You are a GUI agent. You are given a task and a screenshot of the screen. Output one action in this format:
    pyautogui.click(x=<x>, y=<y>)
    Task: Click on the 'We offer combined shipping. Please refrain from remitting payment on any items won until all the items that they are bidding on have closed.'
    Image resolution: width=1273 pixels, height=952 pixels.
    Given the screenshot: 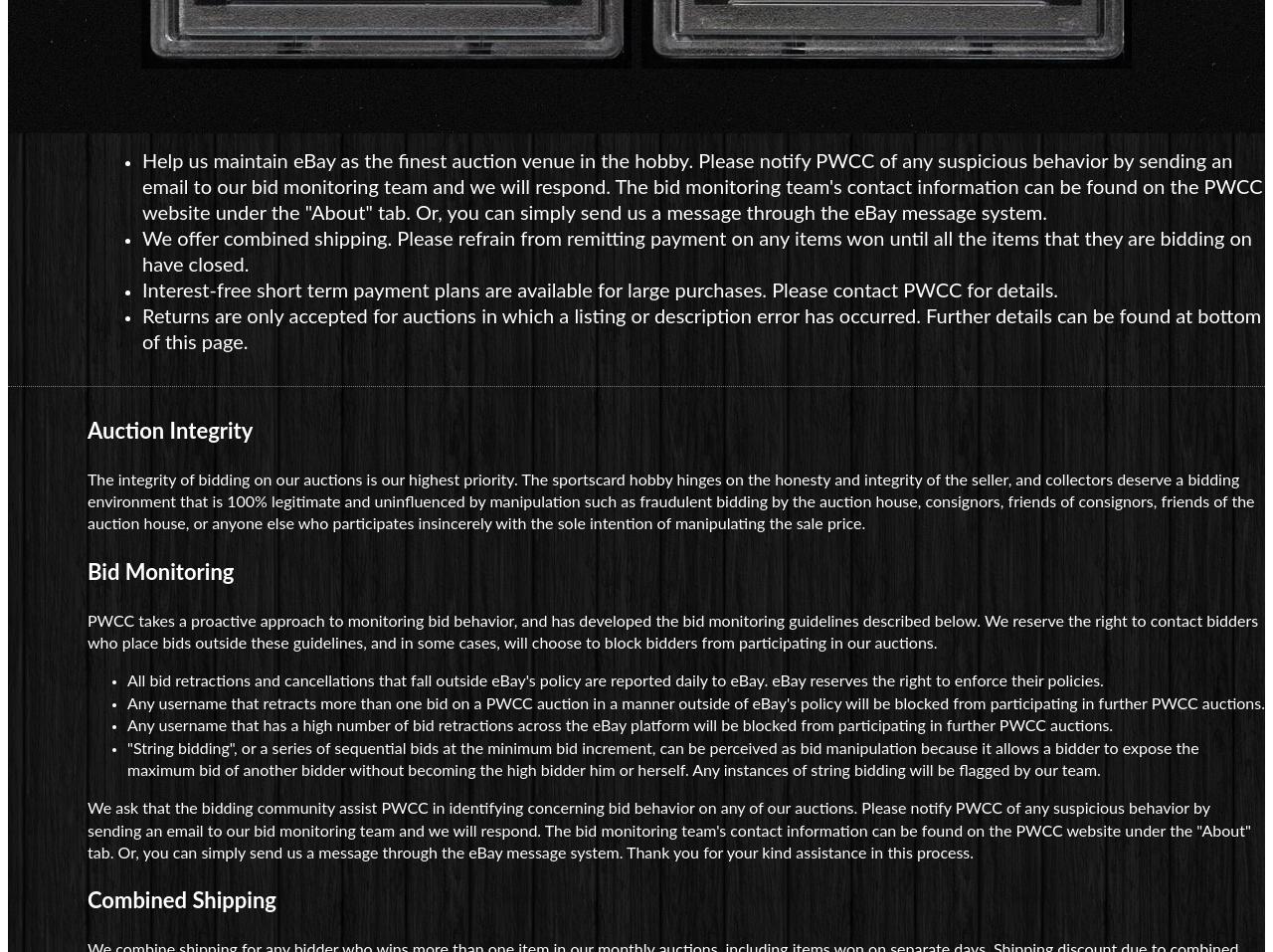 What is the action you would take?
    pyautogui.click(x=696, y=251)
    